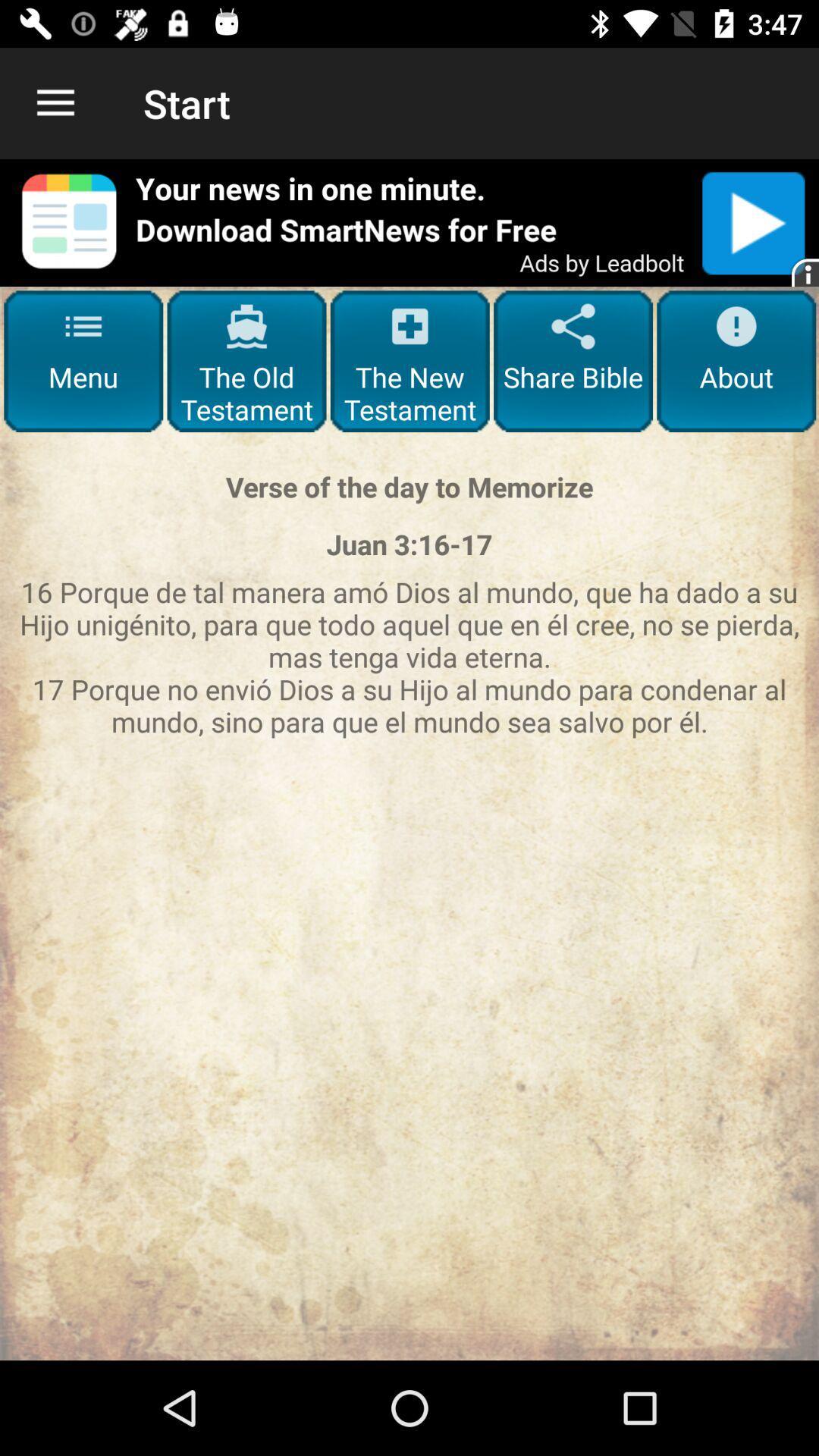 Image resolution: width=819 pixels, height=1456 pixels. Describe the element at coordinates (409, 221) in the screenshot. I see `share the article` at that location.